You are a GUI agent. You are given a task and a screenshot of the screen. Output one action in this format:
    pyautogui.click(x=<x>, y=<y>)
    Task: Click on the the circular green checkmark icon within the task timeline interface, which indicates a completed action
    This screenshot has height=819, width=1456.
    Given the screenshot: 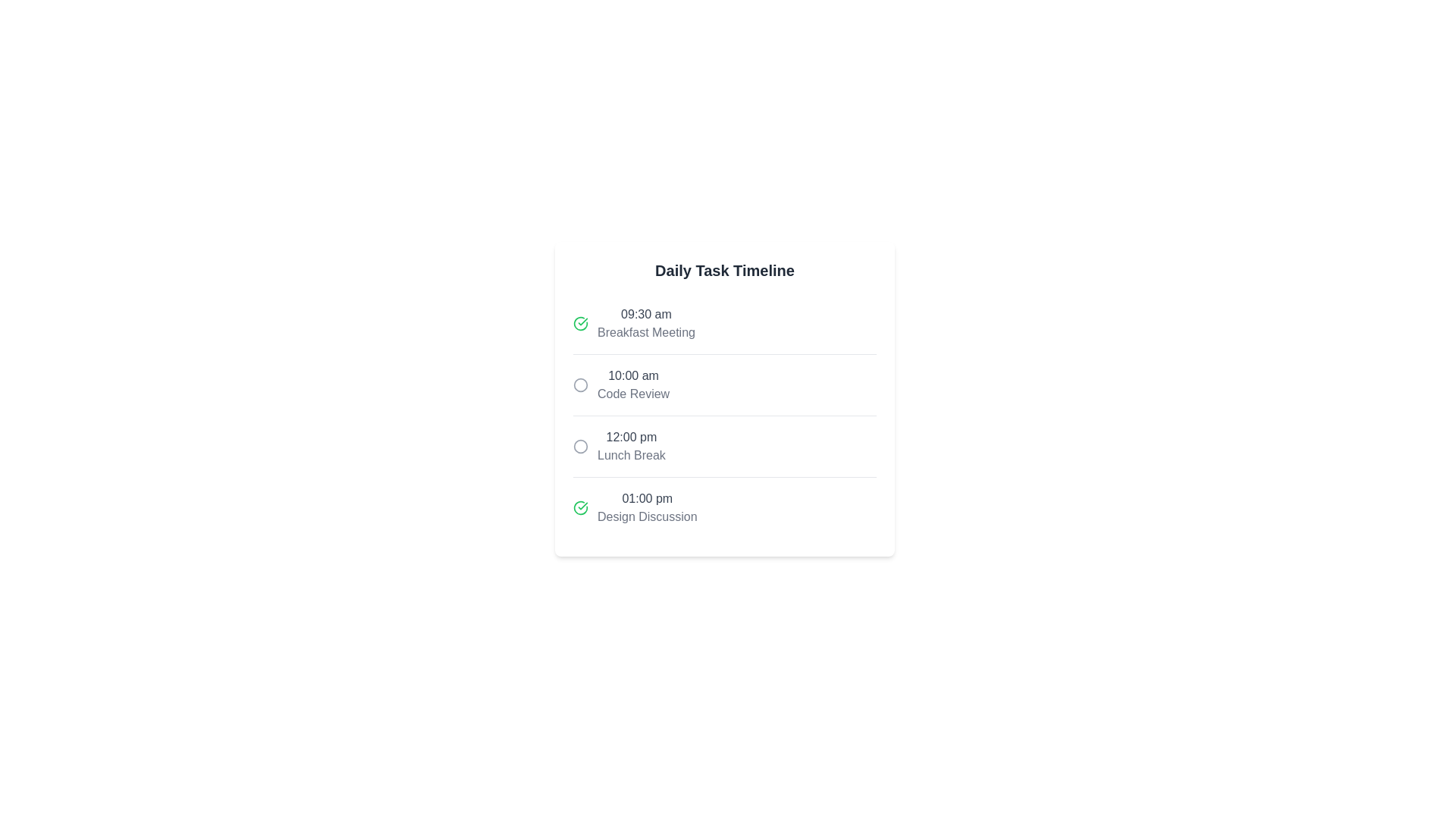 What is the action you would take?
    pyautogui.click(x=580, y=323)
    